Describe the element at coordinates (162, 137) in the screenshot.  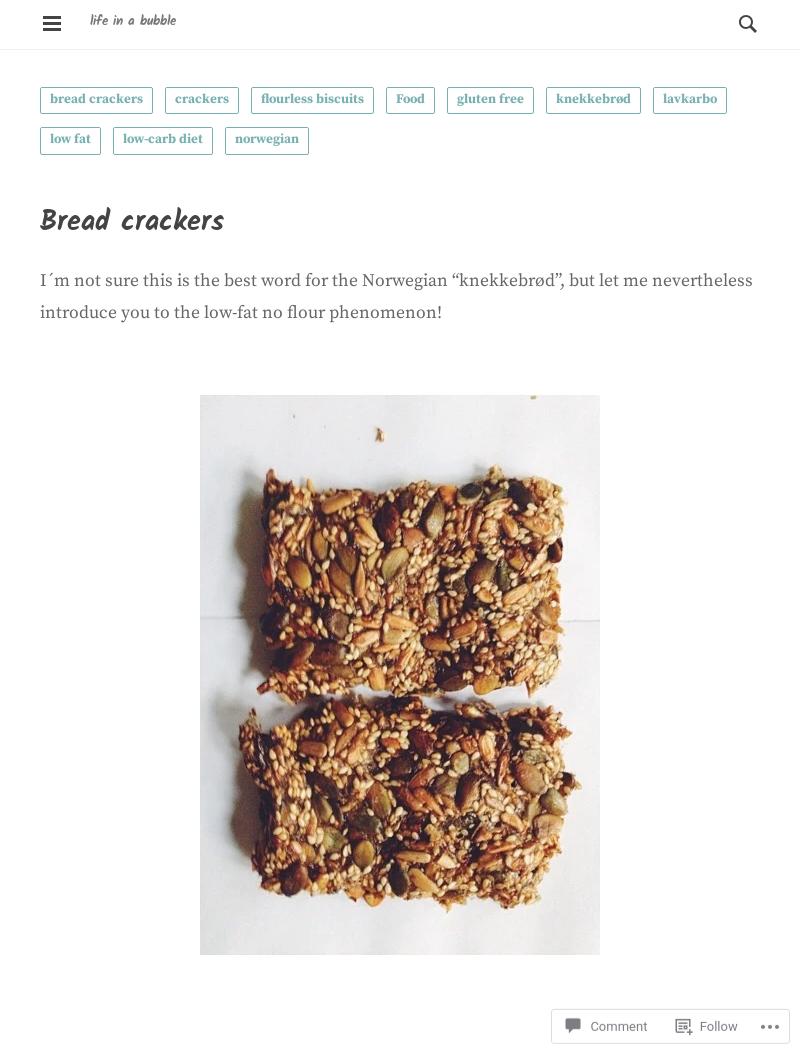
I see `'low-carb diet'` at that location.